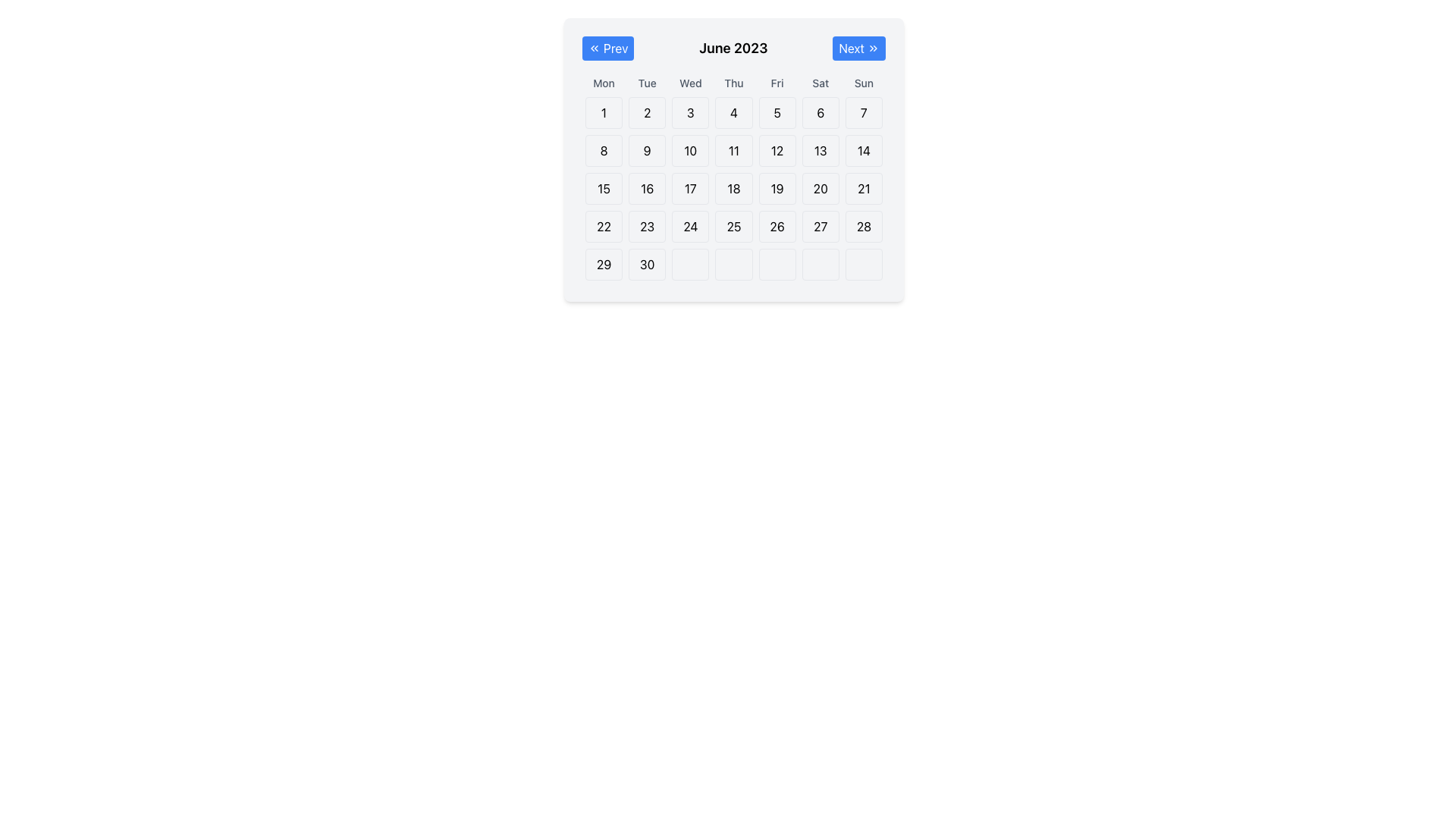 This screenshot has width=1456, height=819. Describe the element at coordinates (647, 263) in the screenshot. I see `the button labeled '30' using keyboard navigation` at that location.